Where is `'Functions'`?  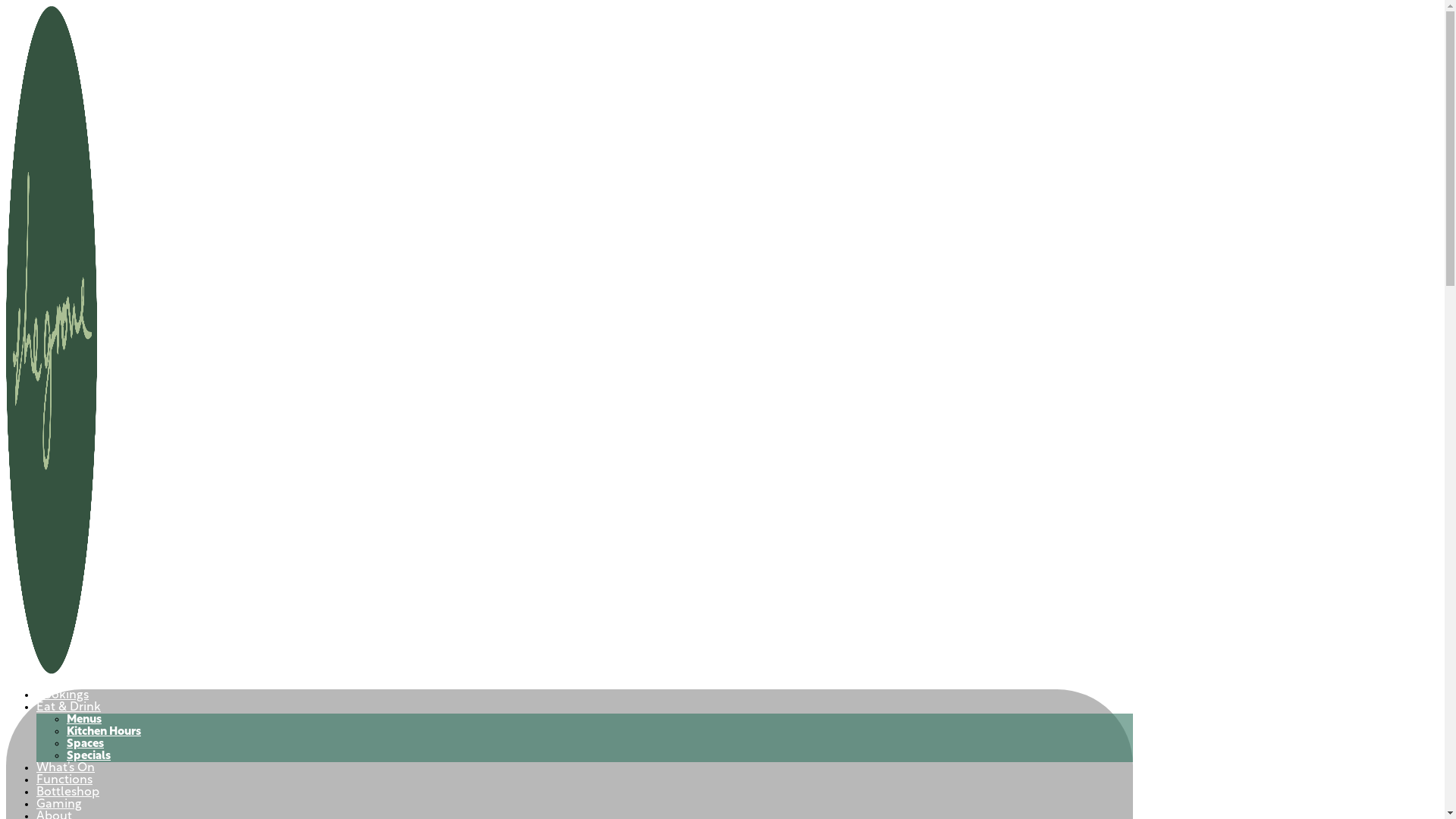 'Functions' is located at coordinates (36, 780).